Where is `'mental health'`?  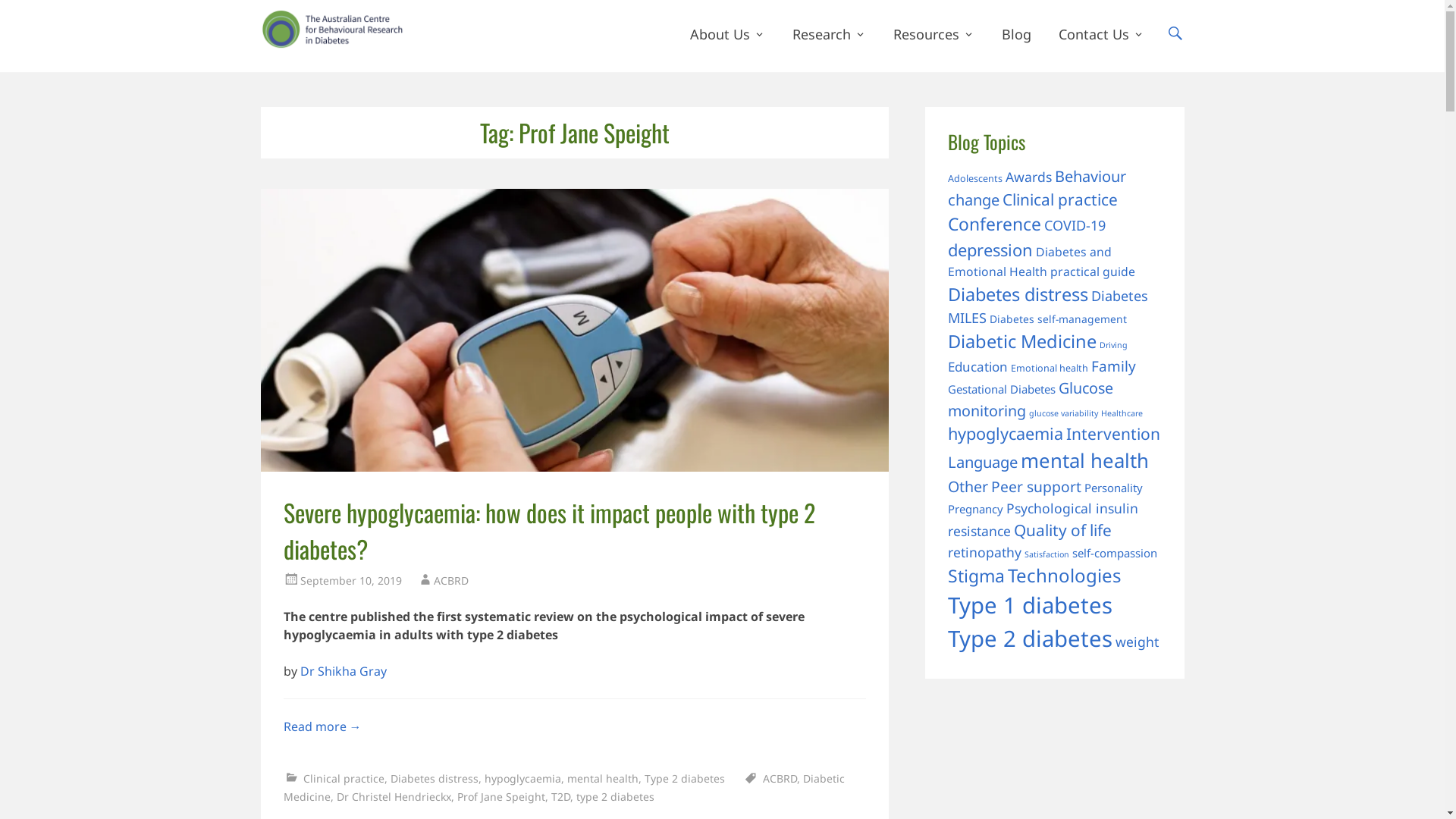
'mental health' is located at coordinates (1084, 460).